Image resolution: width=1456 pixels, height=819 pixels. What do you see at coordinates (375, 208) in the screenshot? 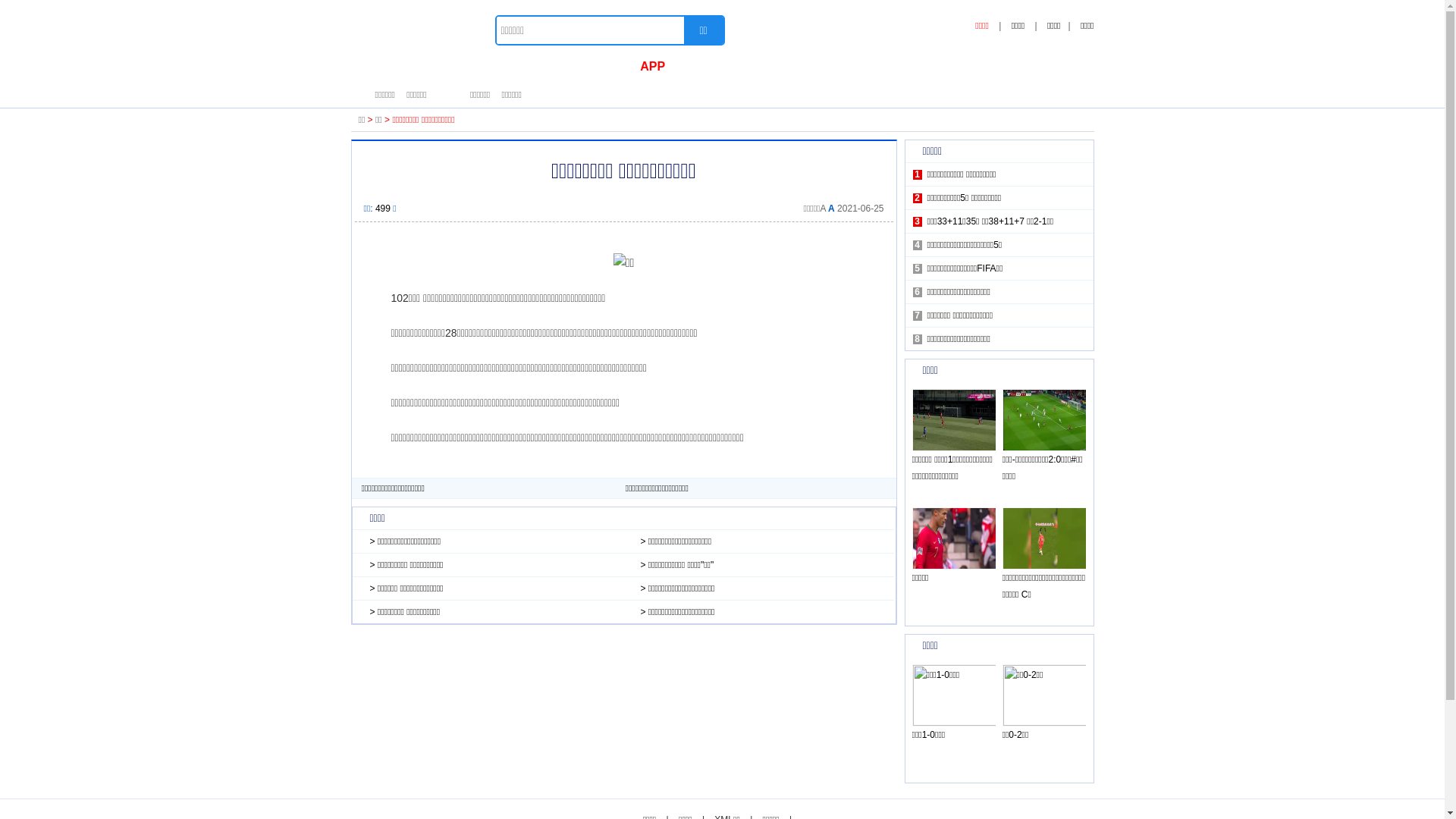
I see `'499'` at bounding box center [375, 208].